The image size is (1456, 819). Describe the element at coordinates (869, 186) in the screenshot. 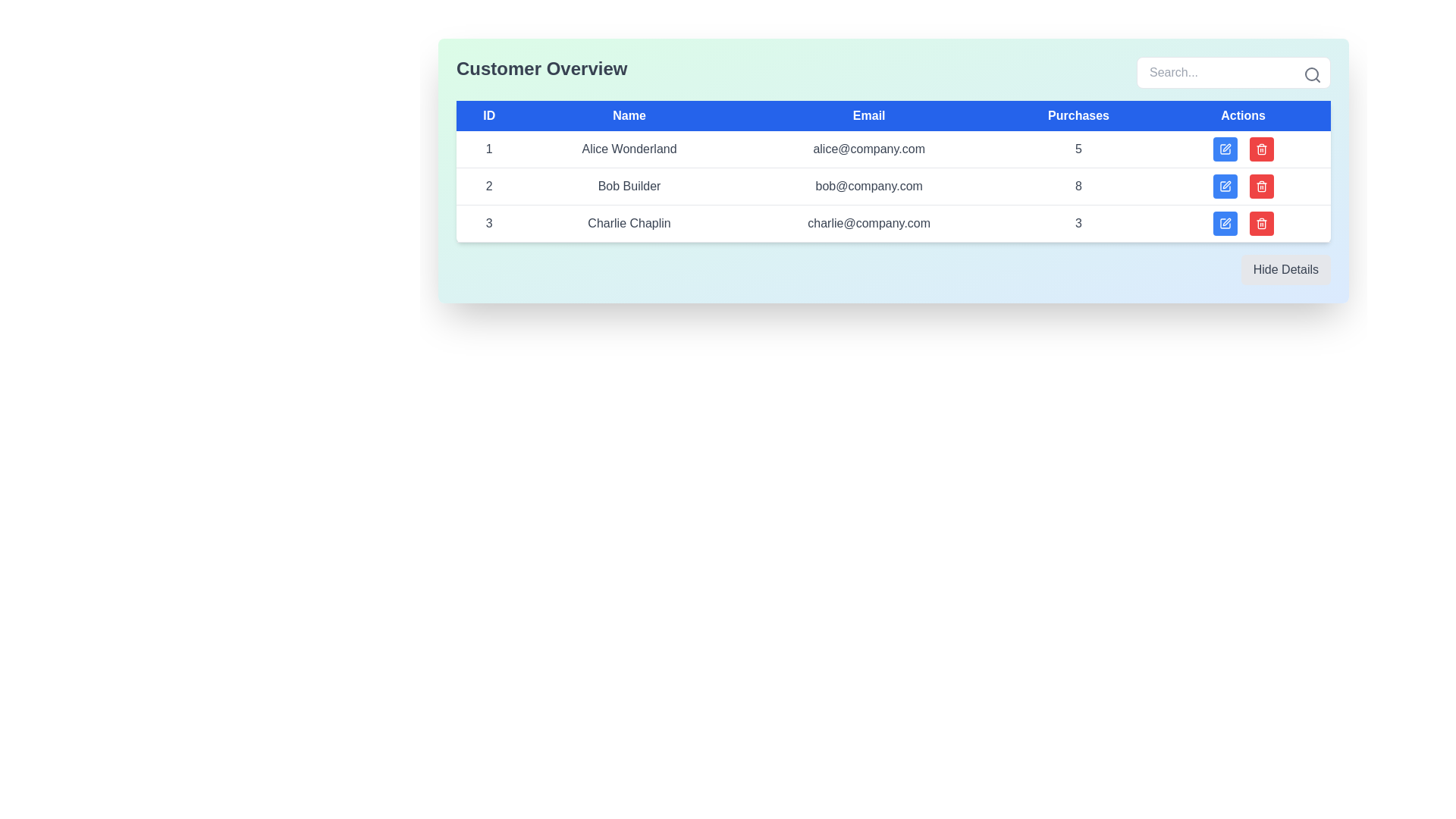

I see `the static text label displaying 'bob@company.com' located in the third cell of the row for 'Bob Builder' under the 'Email' column` at that location.